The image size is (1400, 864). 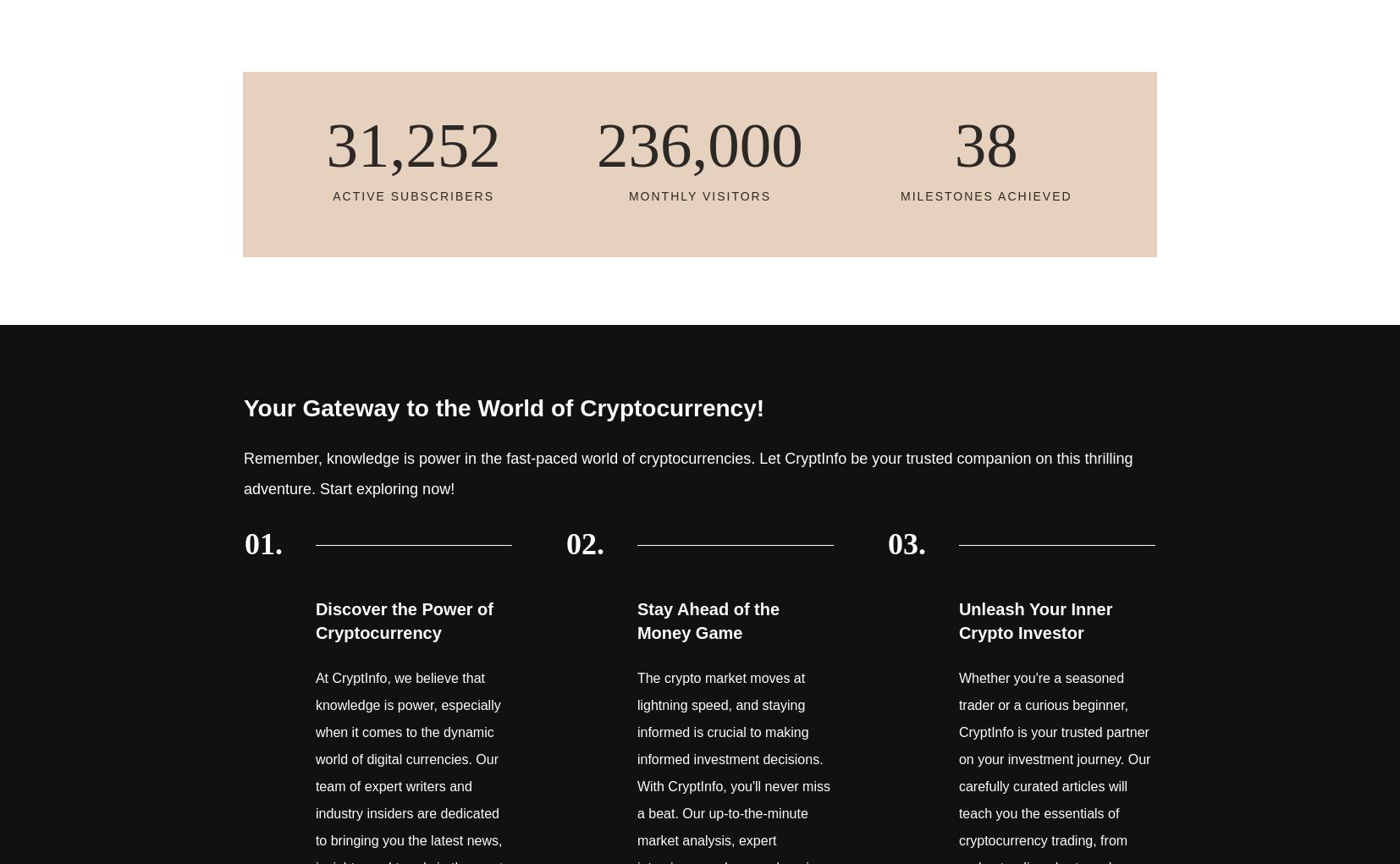 I want to click on '31,252', so click(x=412, y=144).